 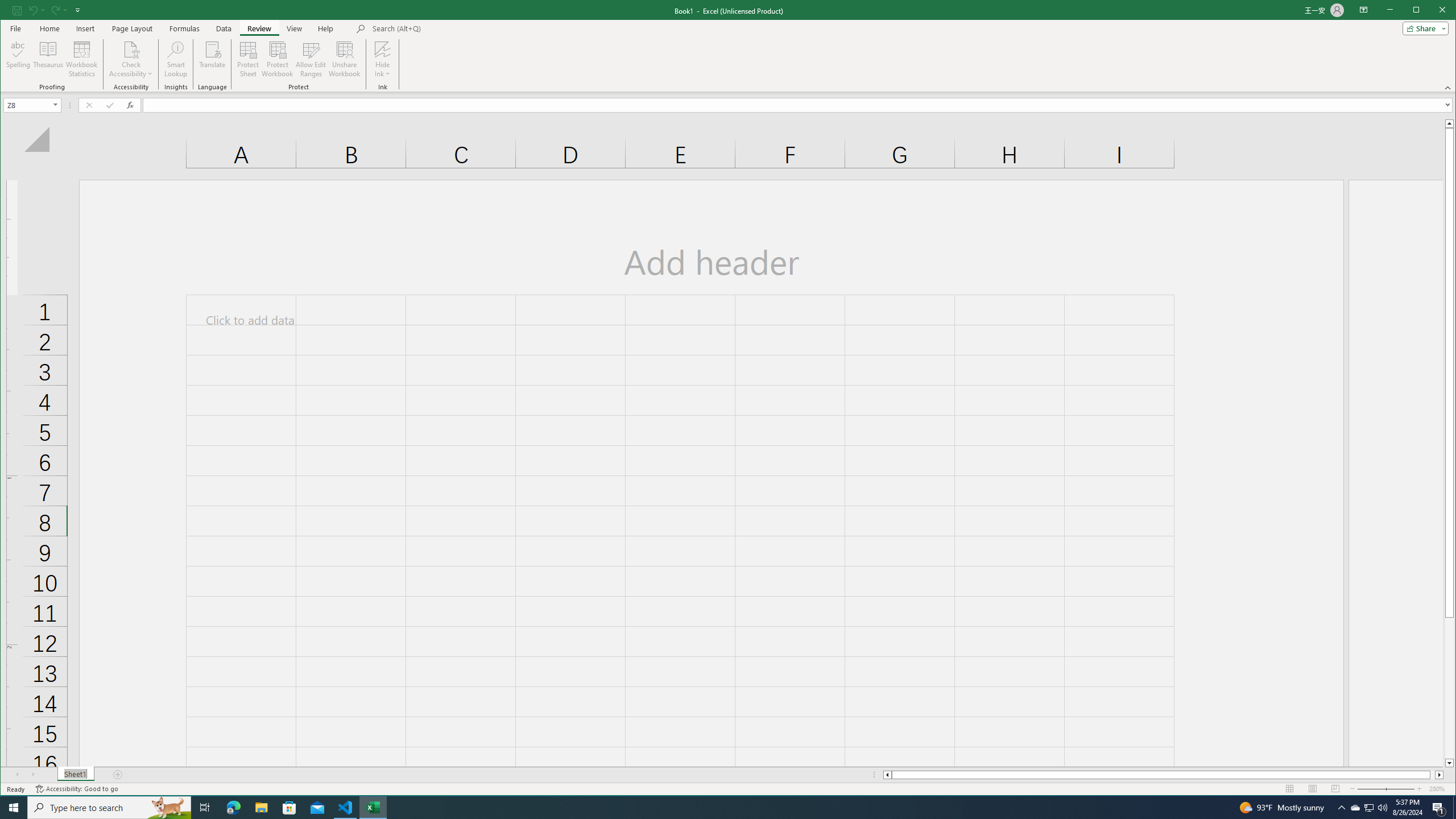 What do you see at coordinates (311, 59) in the screenshot?
I see `'Allow Edit Ranges'` at bounding box center [311, 59].